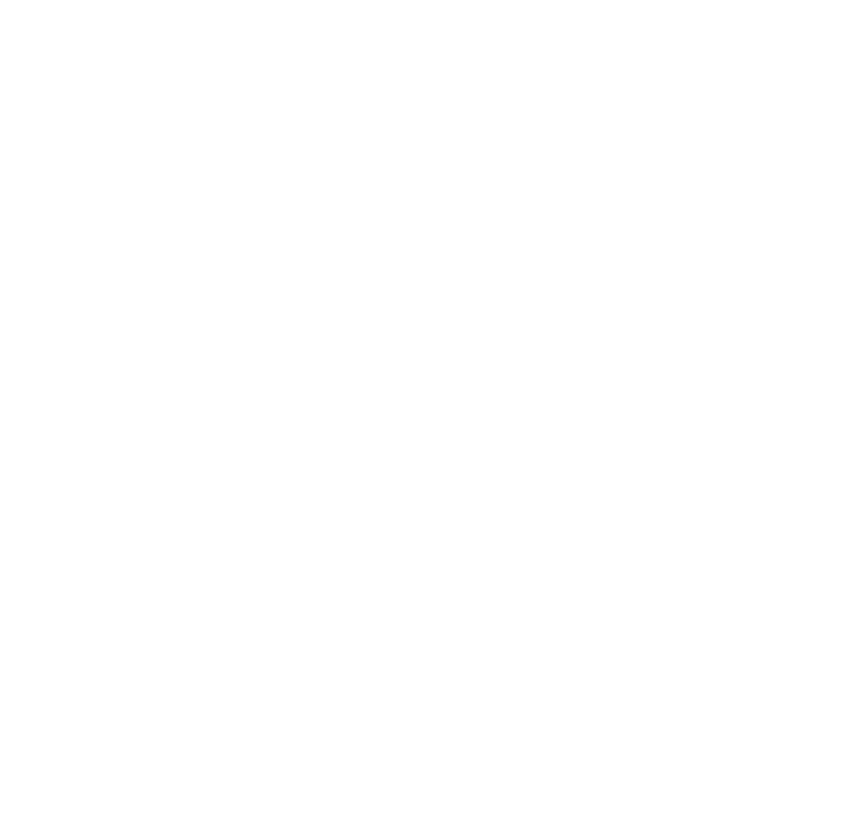 This screenshot has width=850, height=830. What do you see at coordinates (473, 597) in the screenshot?
I see `'Extract total RNA (including small/micro RNAs) from any sample.'` at bounding box center [473, 597].